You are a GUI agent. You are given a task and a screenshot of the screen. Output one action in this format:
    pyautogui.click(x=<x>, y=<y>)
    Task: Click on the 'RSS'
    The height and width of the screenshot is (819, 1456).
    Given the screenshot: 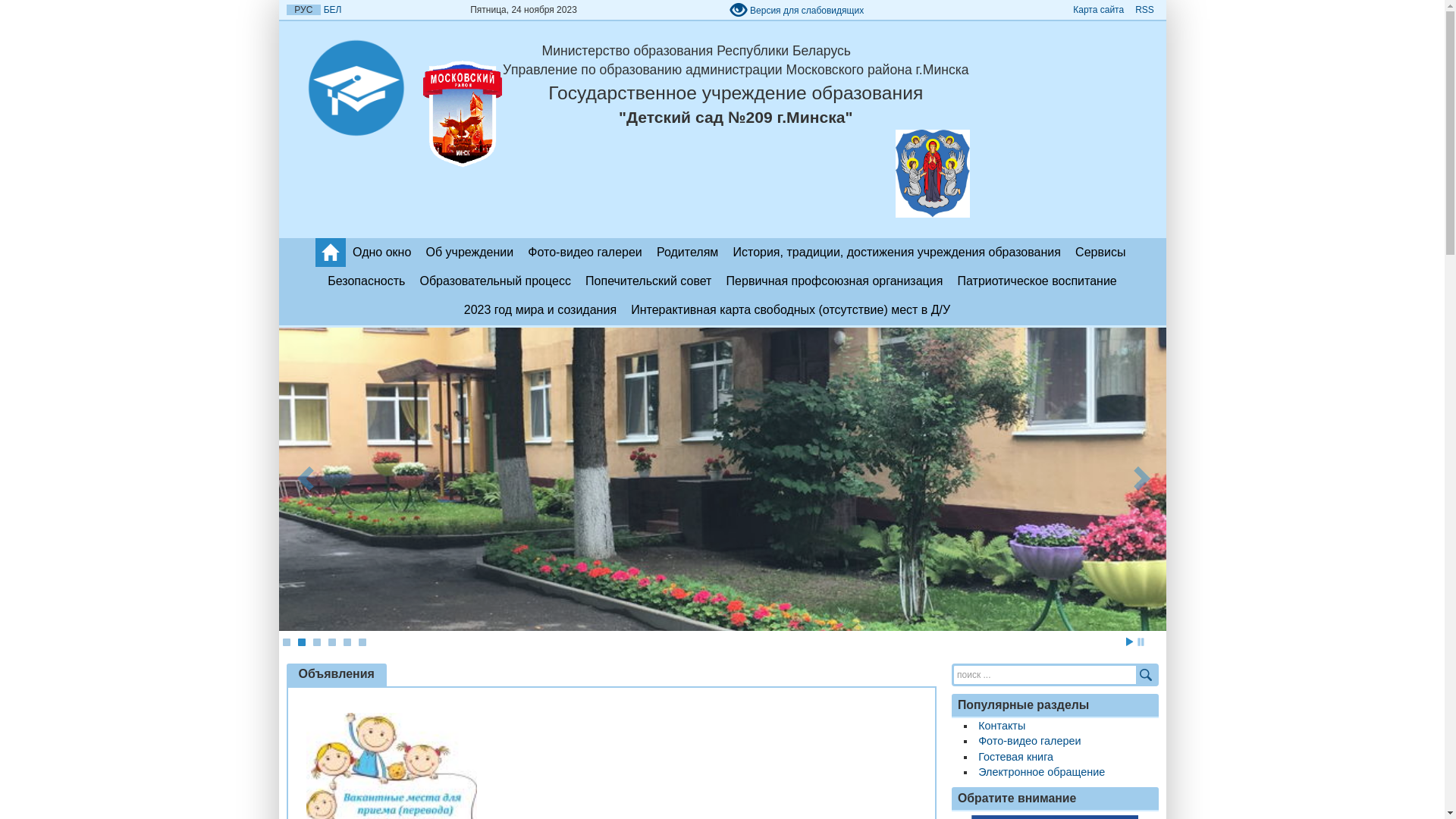 What is the action you would take?
    pyautogui.click(x=1144, y=9)
    